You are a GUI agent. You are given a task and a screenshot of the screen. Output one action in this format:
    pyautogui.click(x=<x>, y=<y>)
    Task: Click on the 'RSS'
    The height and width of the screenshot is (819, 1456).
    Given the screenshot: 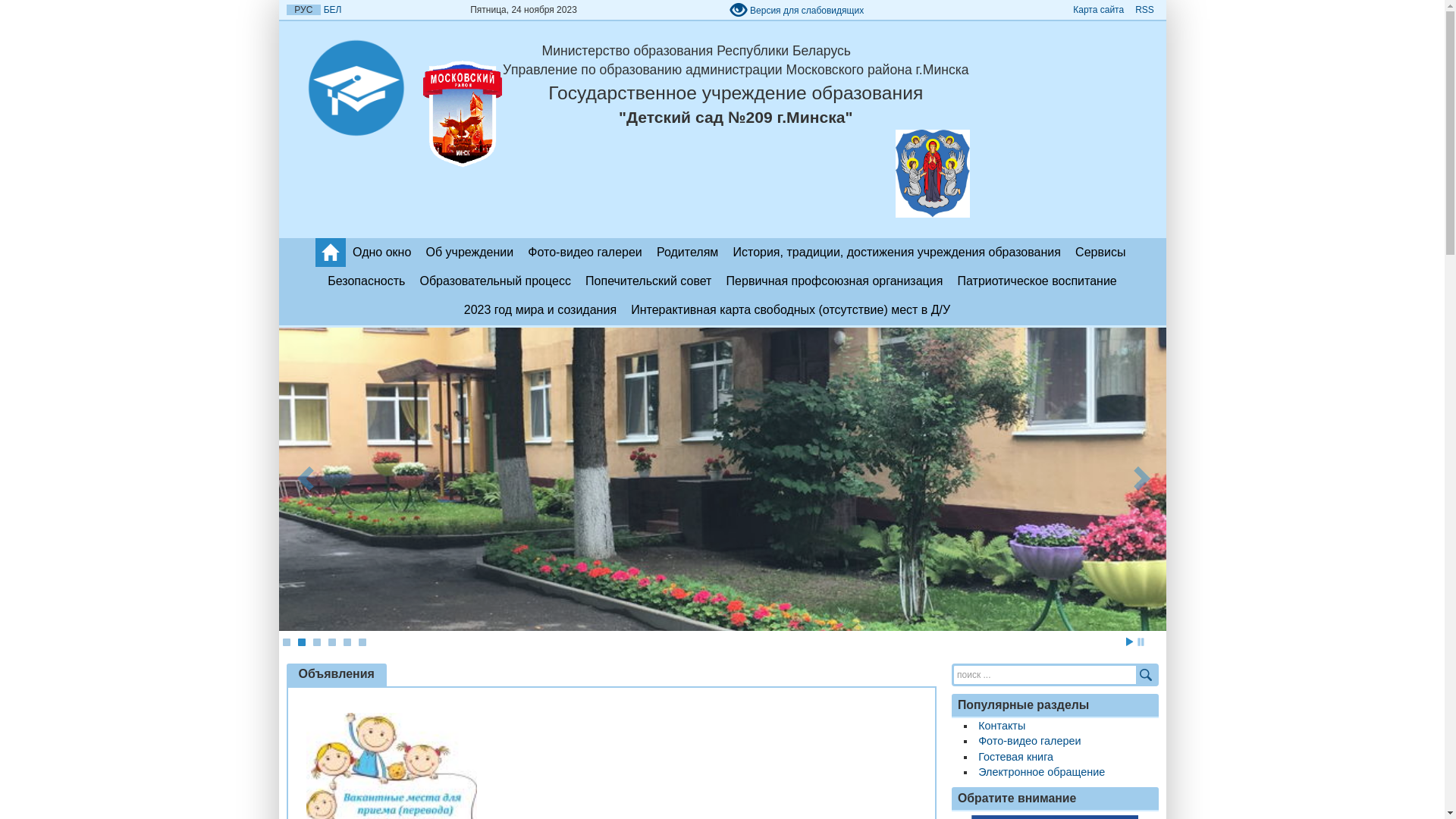 What is the action you would take?
    pyautogui.click(x=1144, y=9)
    